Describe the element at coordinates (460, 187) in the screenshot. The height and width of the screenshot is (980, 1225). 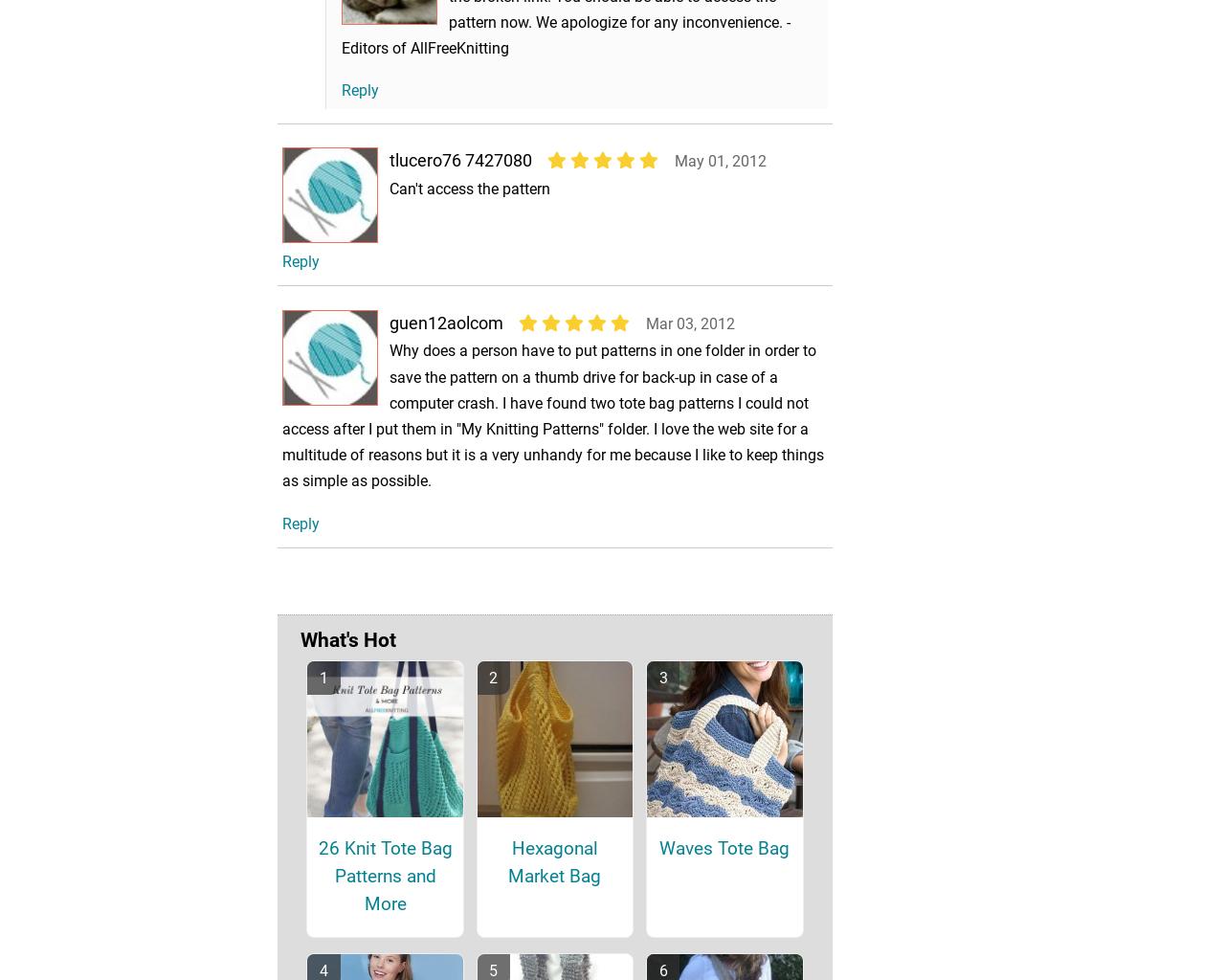
I see `'tlucero76 7427080'` at that location.